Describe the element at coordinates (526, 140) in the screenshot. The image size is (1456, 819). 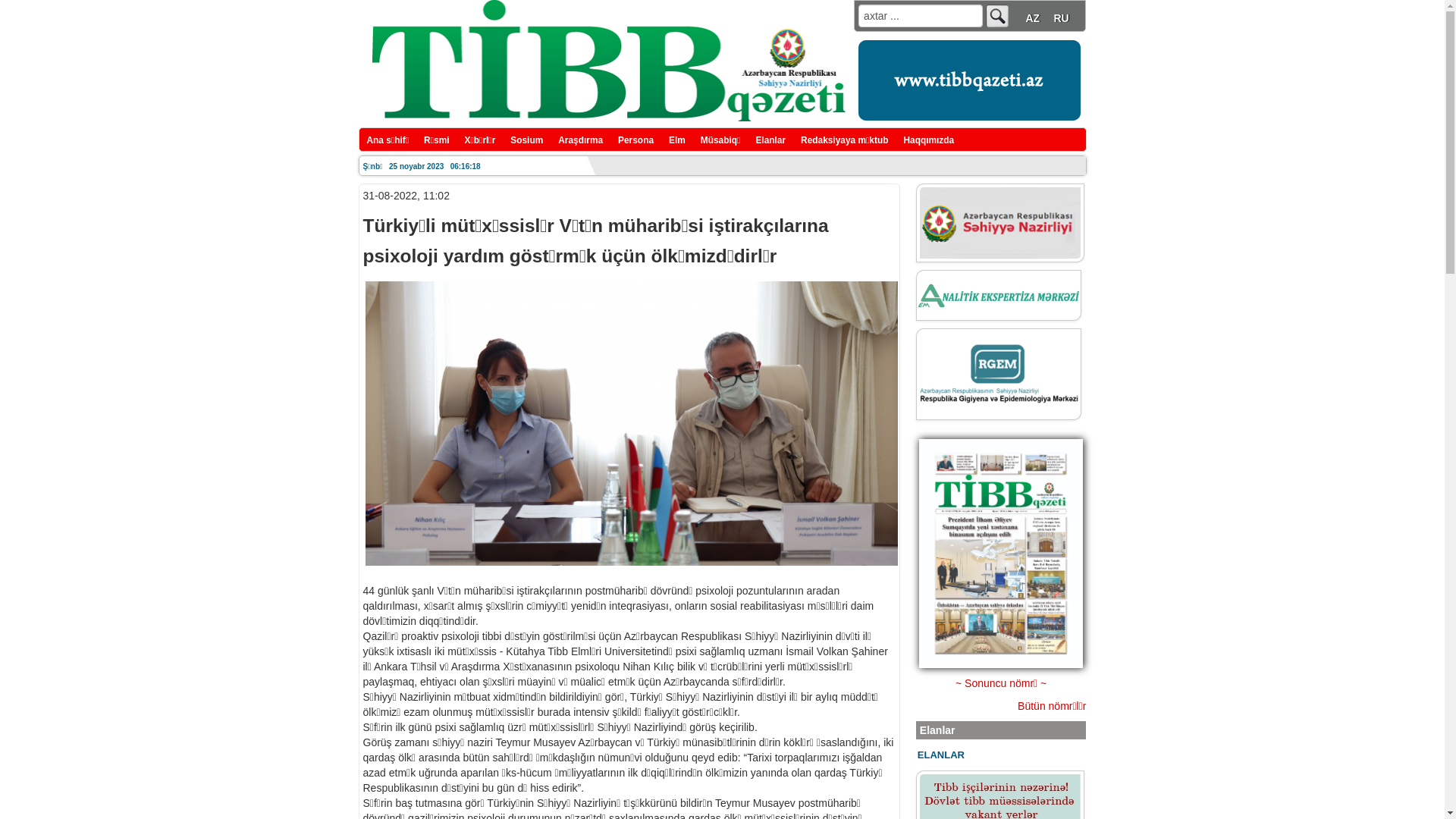
I see `'Sosium'` at that location.